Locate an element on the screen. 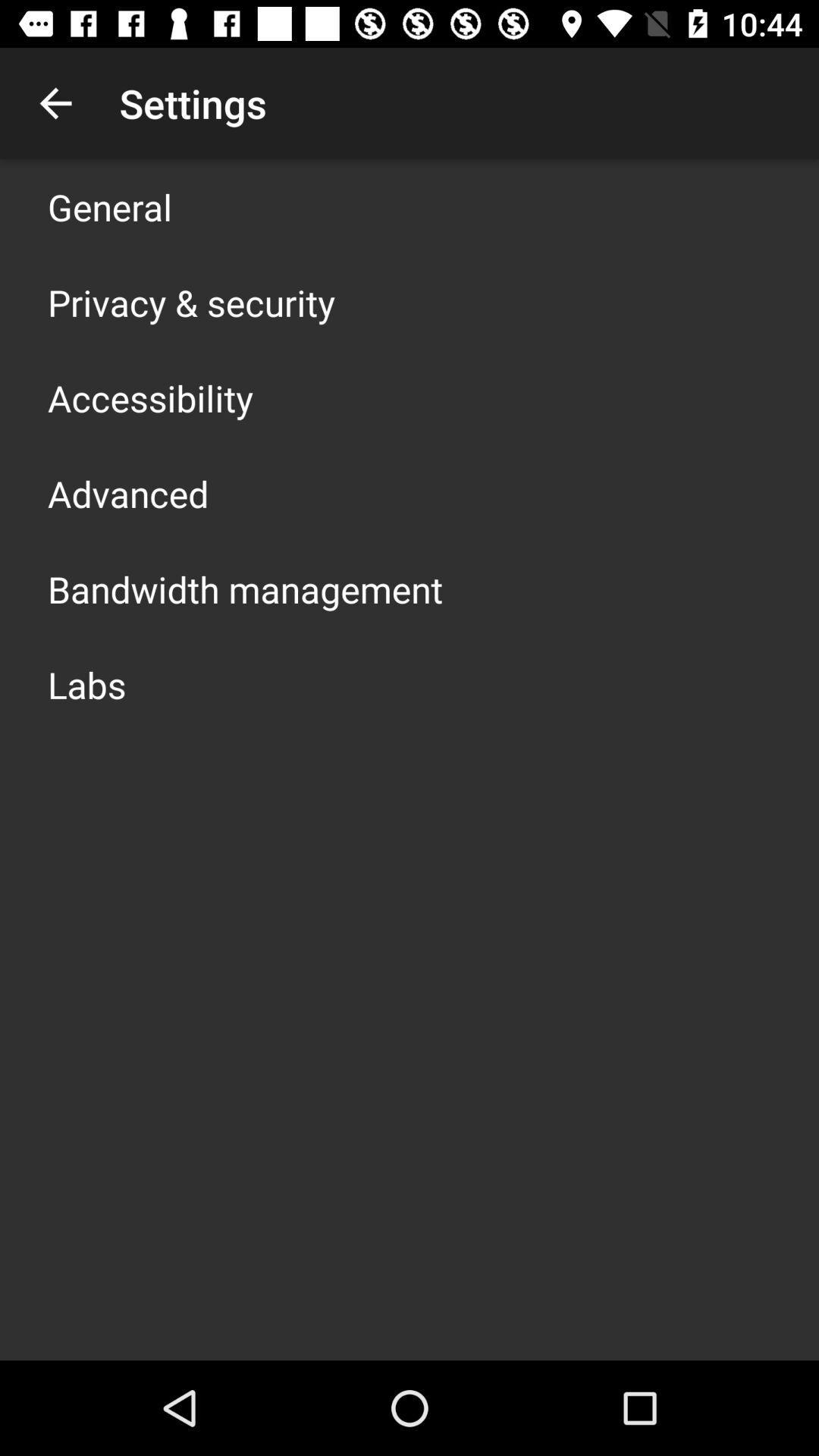 Image resolution: width=819 pixels, height=1456 pixels. icon above privacy & security app is located at coordinates (109, 206).